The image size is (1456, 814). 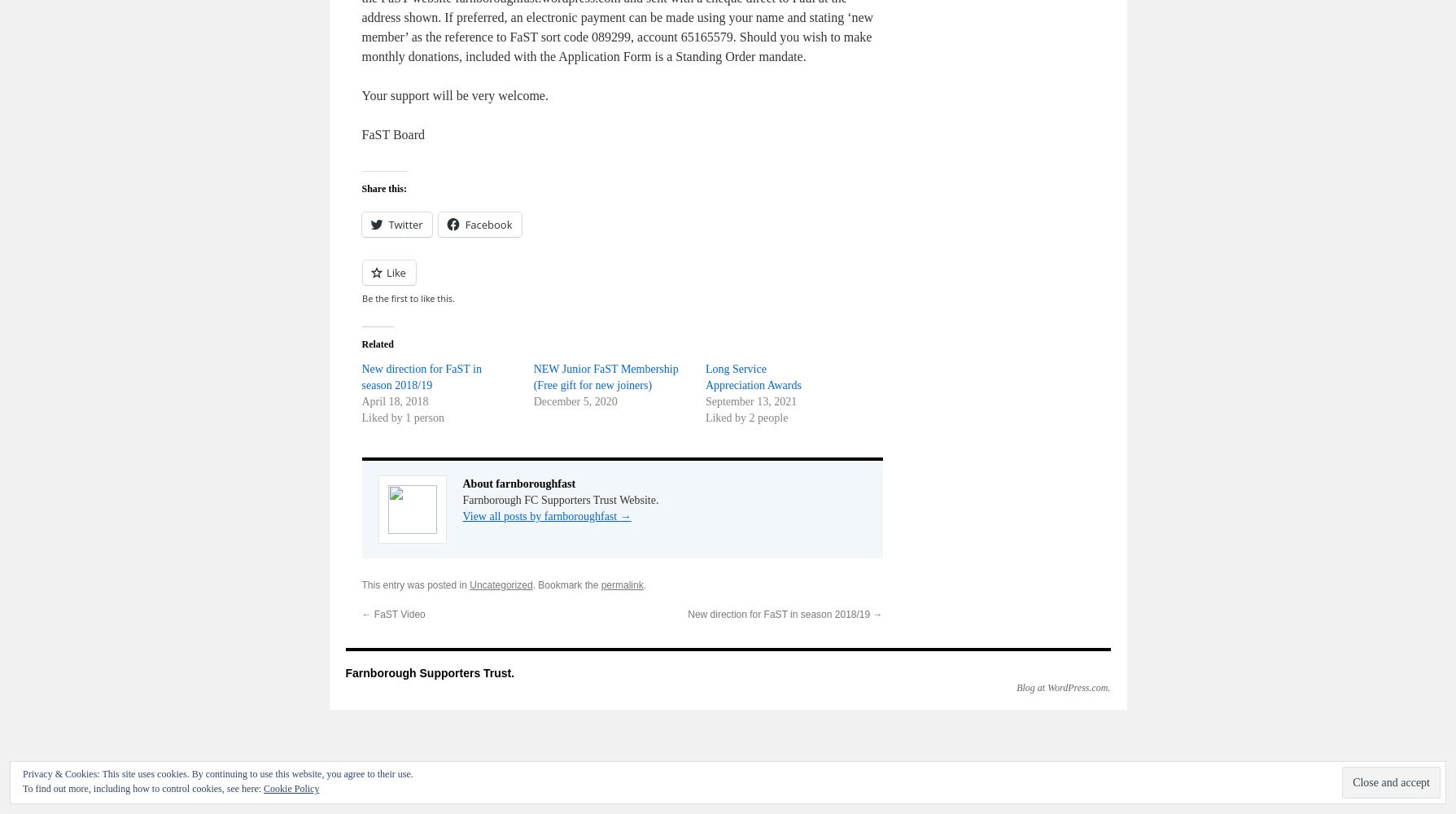 I want to click on 'Farnborough Supporters Trust.', so click(x=428, y=672).